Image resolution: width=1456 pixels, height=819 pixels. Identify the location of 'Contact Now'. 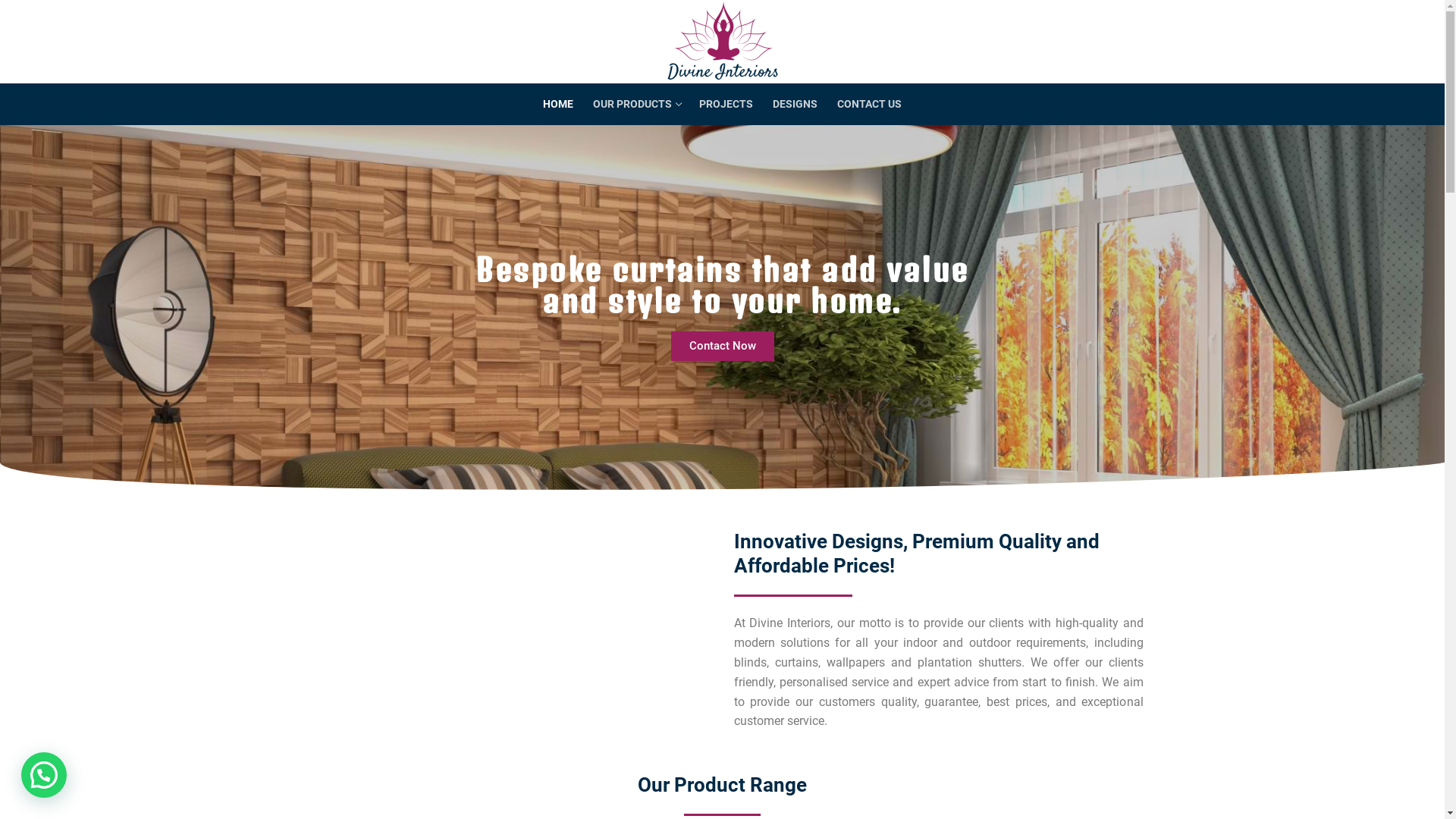
(720, 346).